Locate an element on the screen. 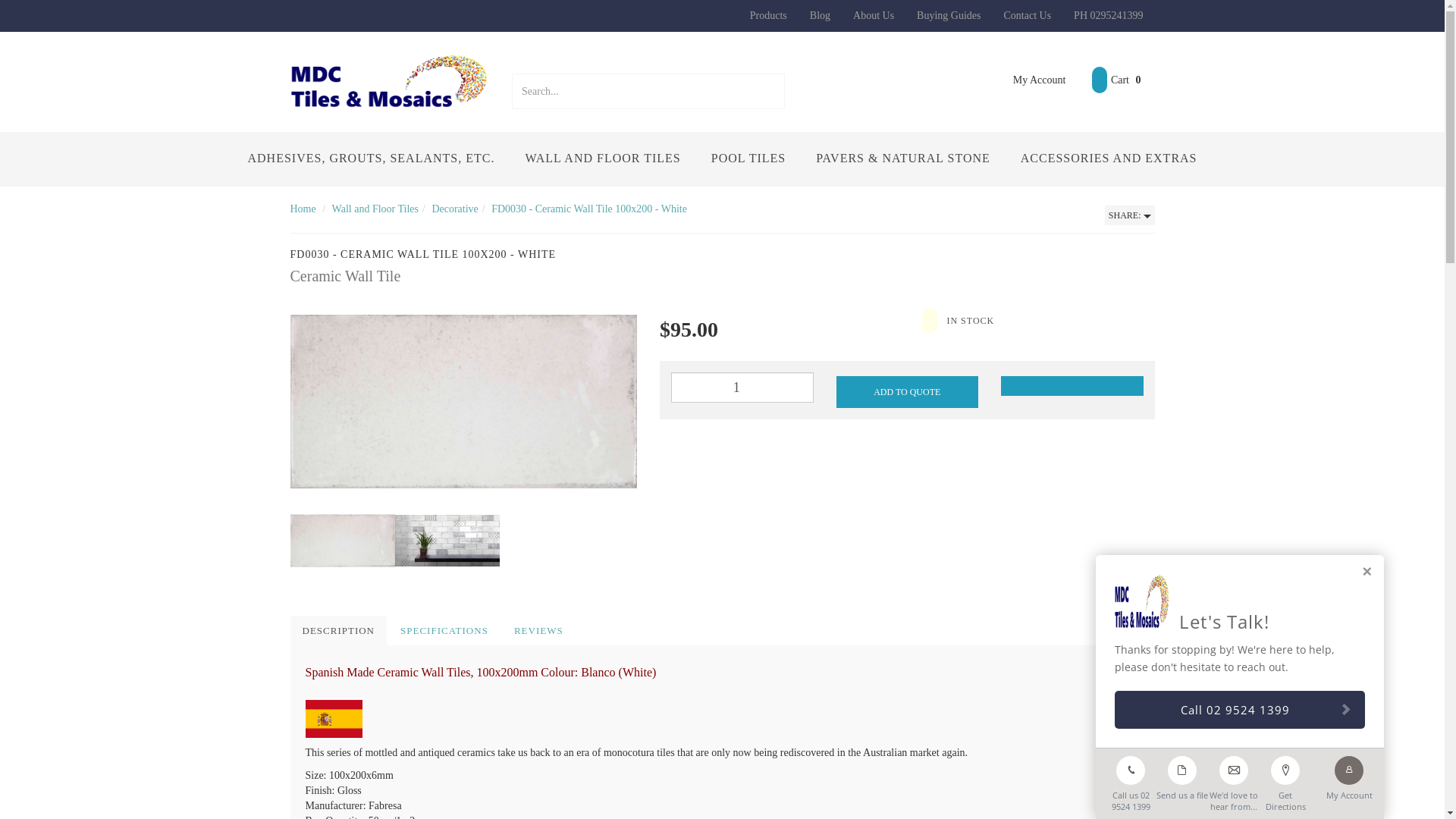  'ACCESSORIES AND EXTRAS' is located at coordinates (1109, 158).